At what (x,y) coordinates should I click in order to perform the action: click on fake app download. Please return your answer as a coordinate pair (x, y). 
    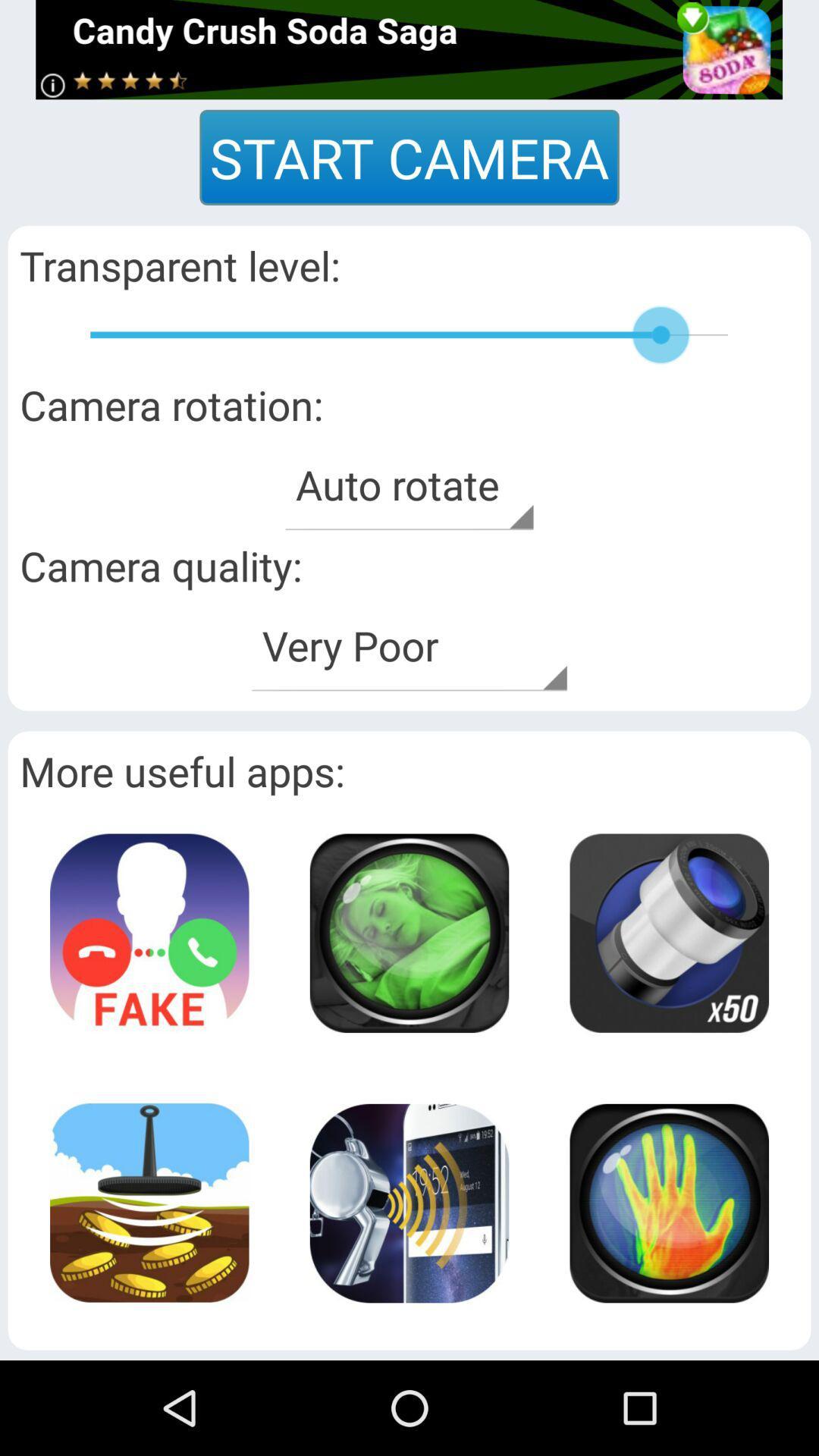
    Looking at the image, I should click on (149, 932).